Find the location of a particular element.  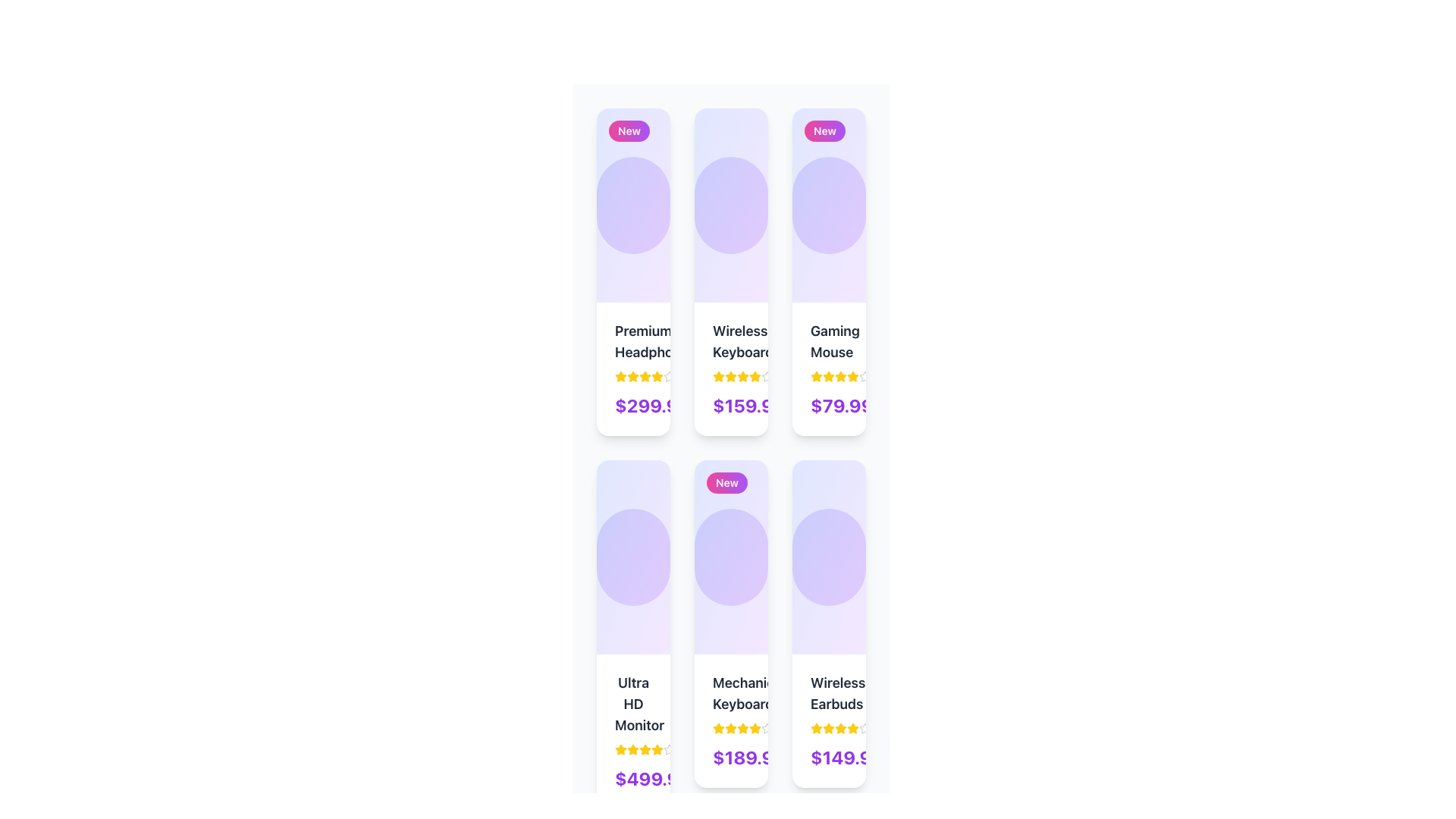

text label displaying the cost of the product located at the bottom-left of the price section in the first product card of the first row is located at coordinates (652, 405).